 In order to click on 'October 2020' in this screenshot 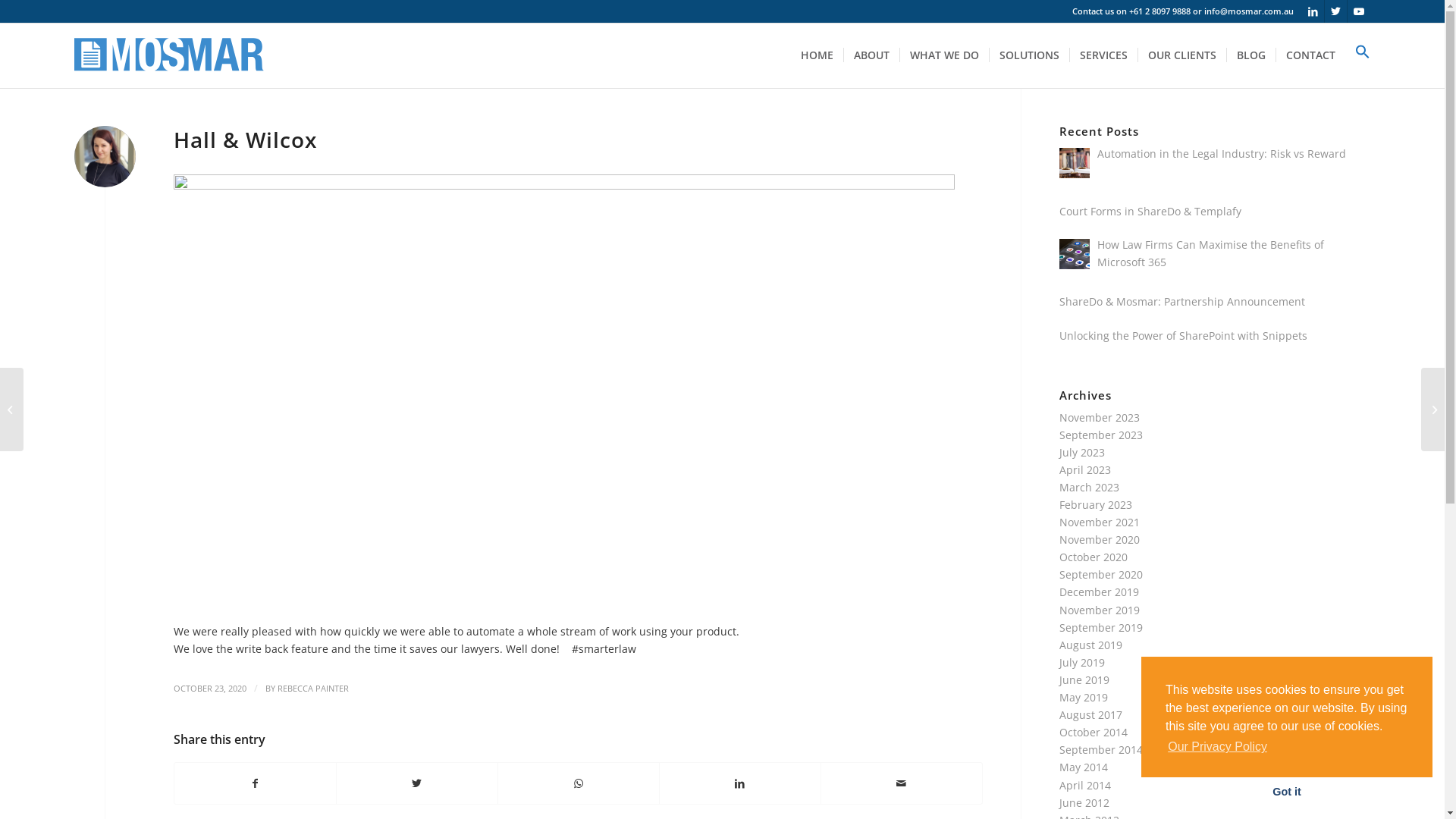, I will do `click(1093, 557)`.